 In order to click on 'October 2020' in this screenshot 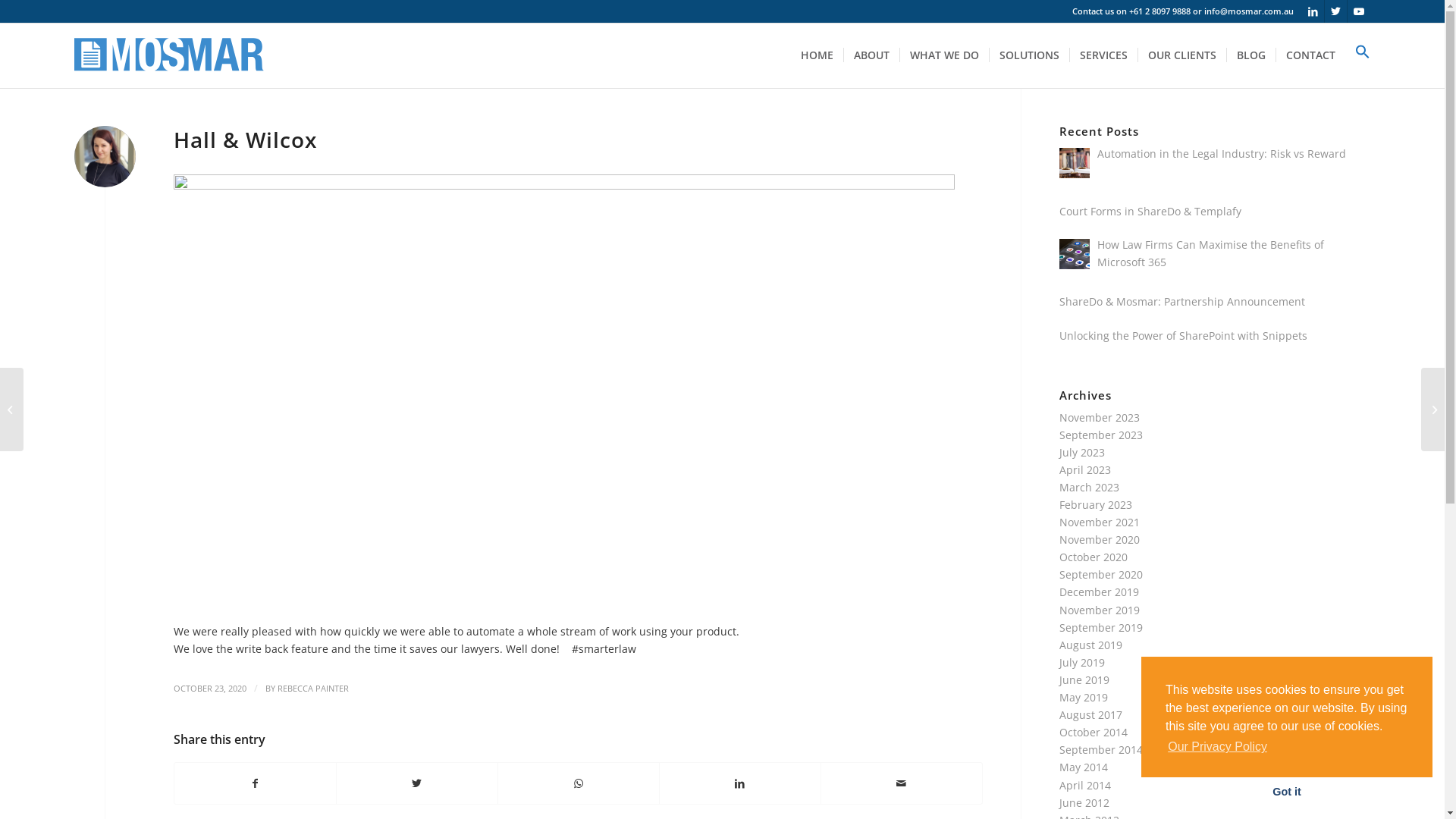, I will do `click(1093, 557)`.